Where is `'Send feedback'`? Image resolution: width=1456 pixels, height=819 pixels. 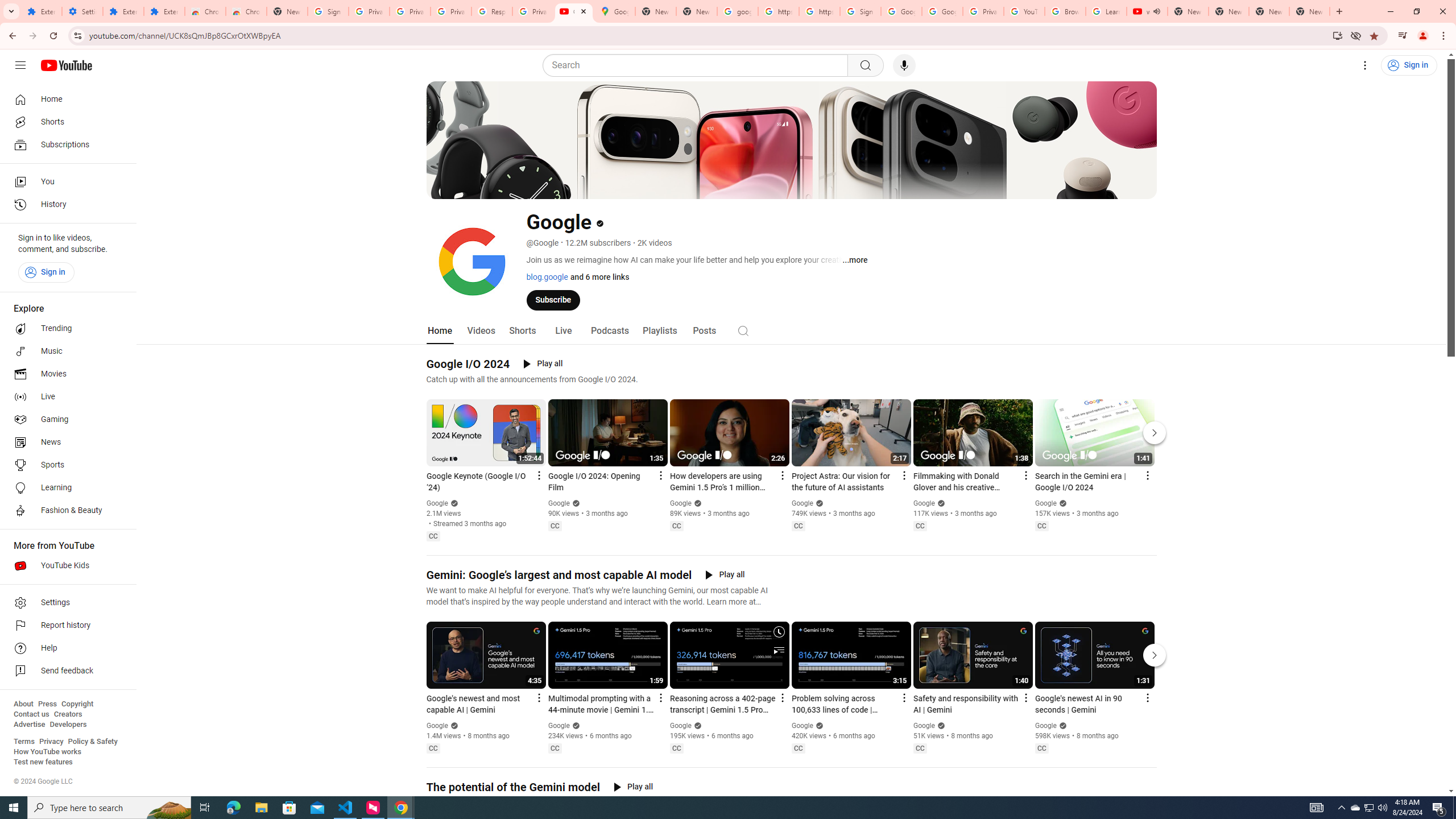 'Send feedback' is located at coordinates (64, 671).